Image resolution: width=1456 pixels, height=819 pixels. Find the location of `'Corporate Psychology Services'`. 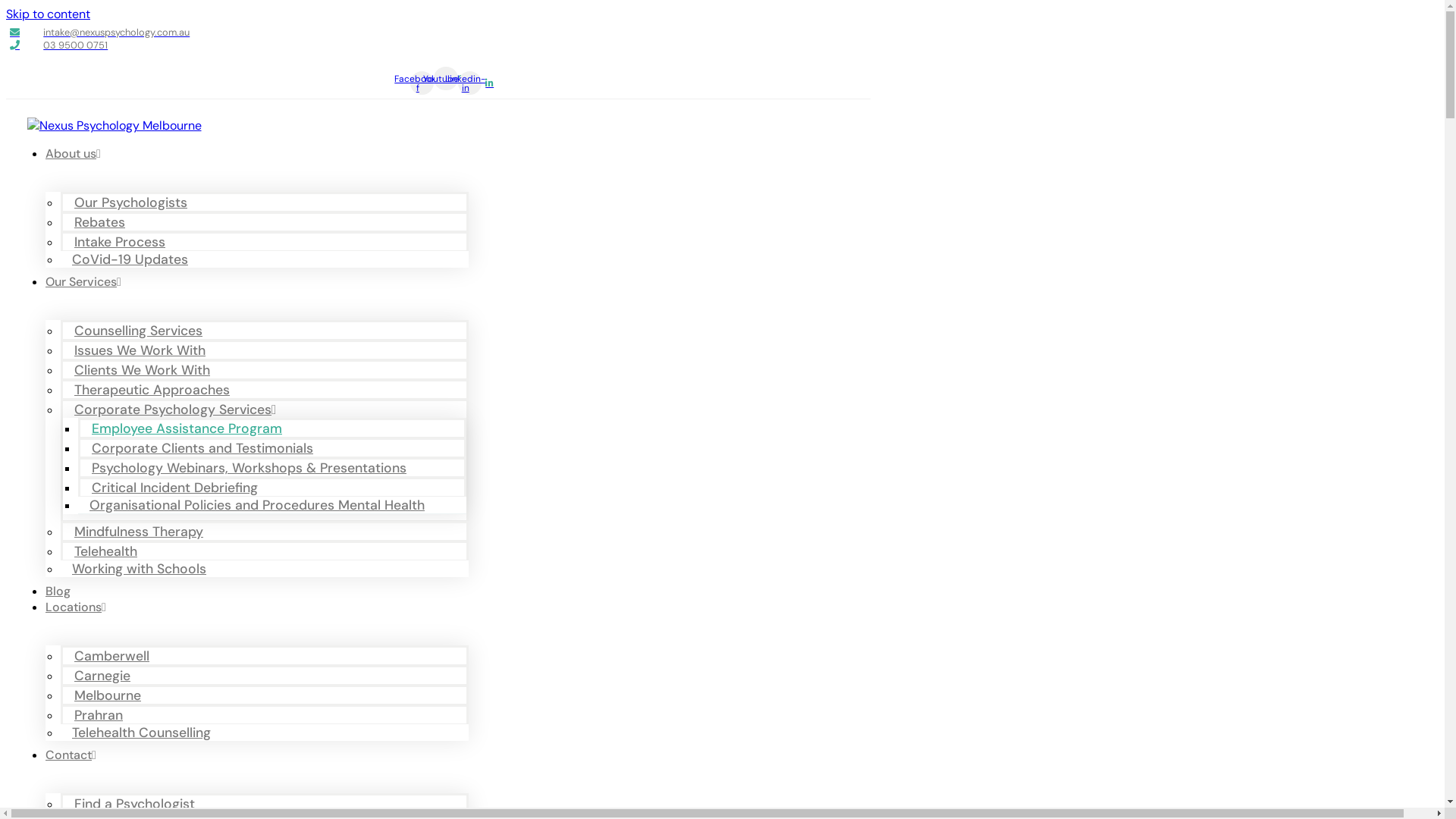

'Corporate Psychology Services' is located at coordinates (178, 409).